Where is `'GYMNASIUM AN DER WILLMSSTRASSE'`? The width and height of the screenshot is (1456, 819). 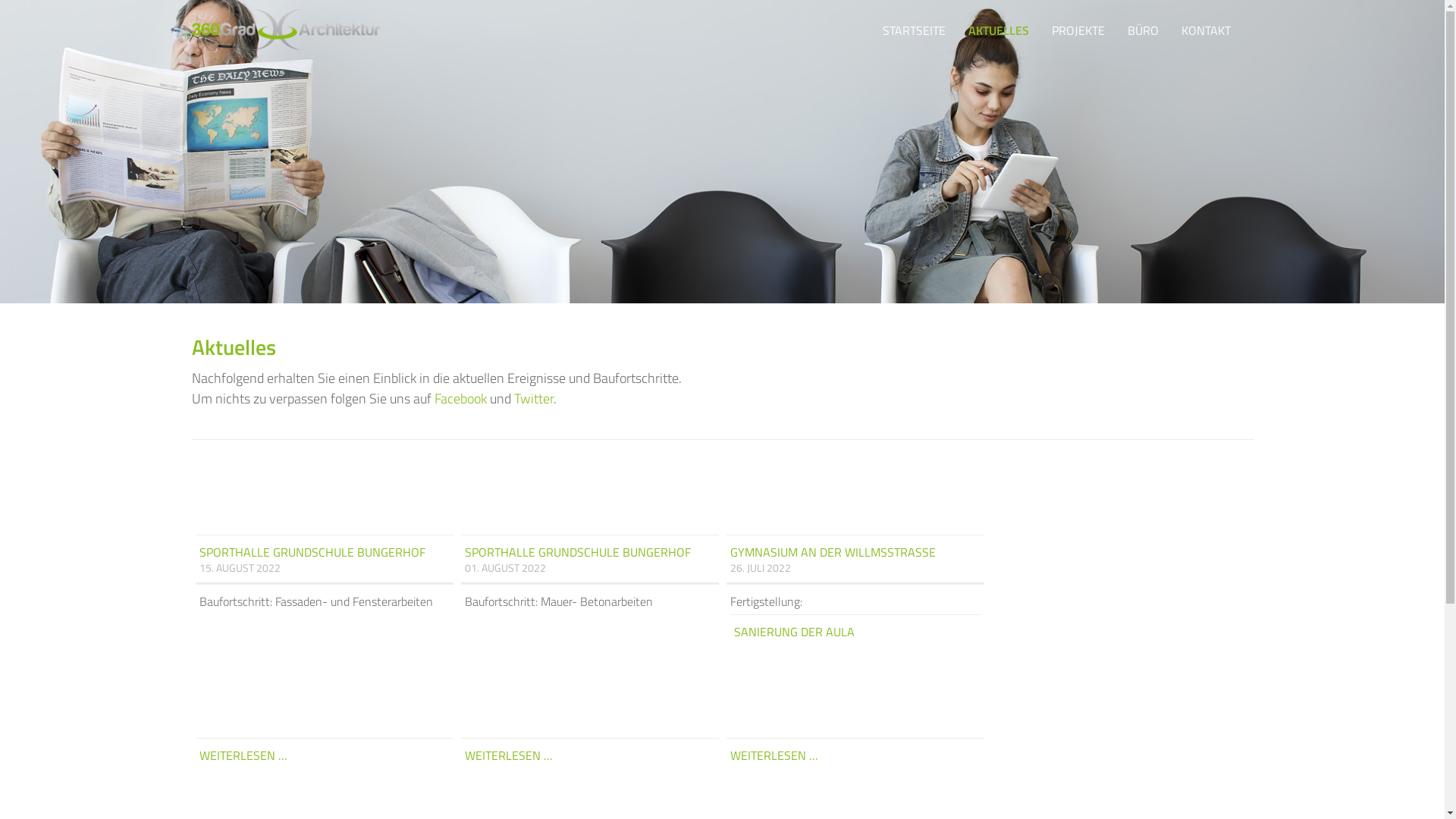 'GYMNASIUM AN DER WILLMSSTRASSE' is located at coordinates (855, 548).